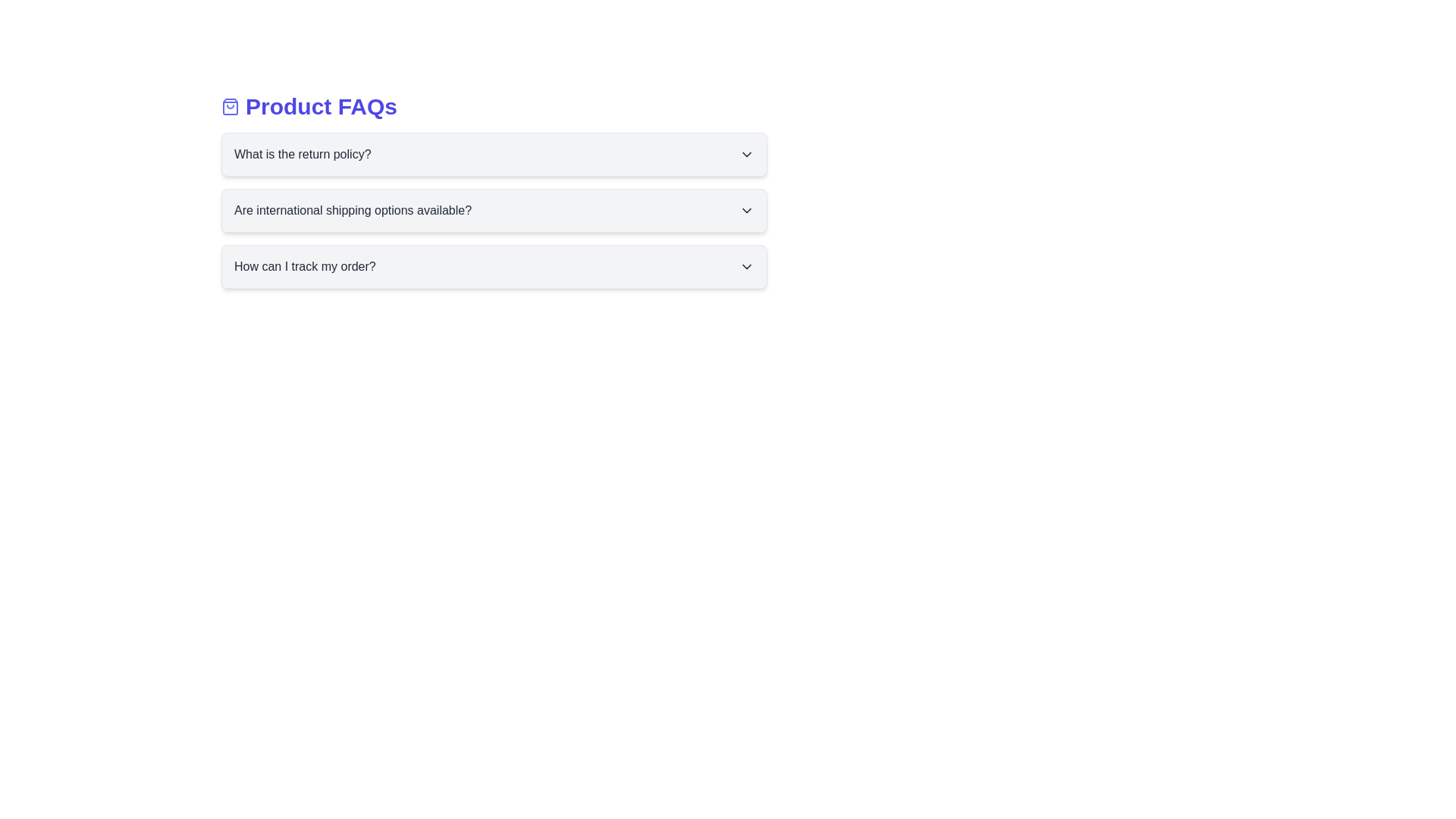  What do you see at coordinates (746, 210) in the screenshot?
I see `the downward-pointing chevron icon at the right end of the FAQ item titled 'Are international shipping options available?' to potentially trigger a tooltip or visual effect` at bounding box center [746, 210].